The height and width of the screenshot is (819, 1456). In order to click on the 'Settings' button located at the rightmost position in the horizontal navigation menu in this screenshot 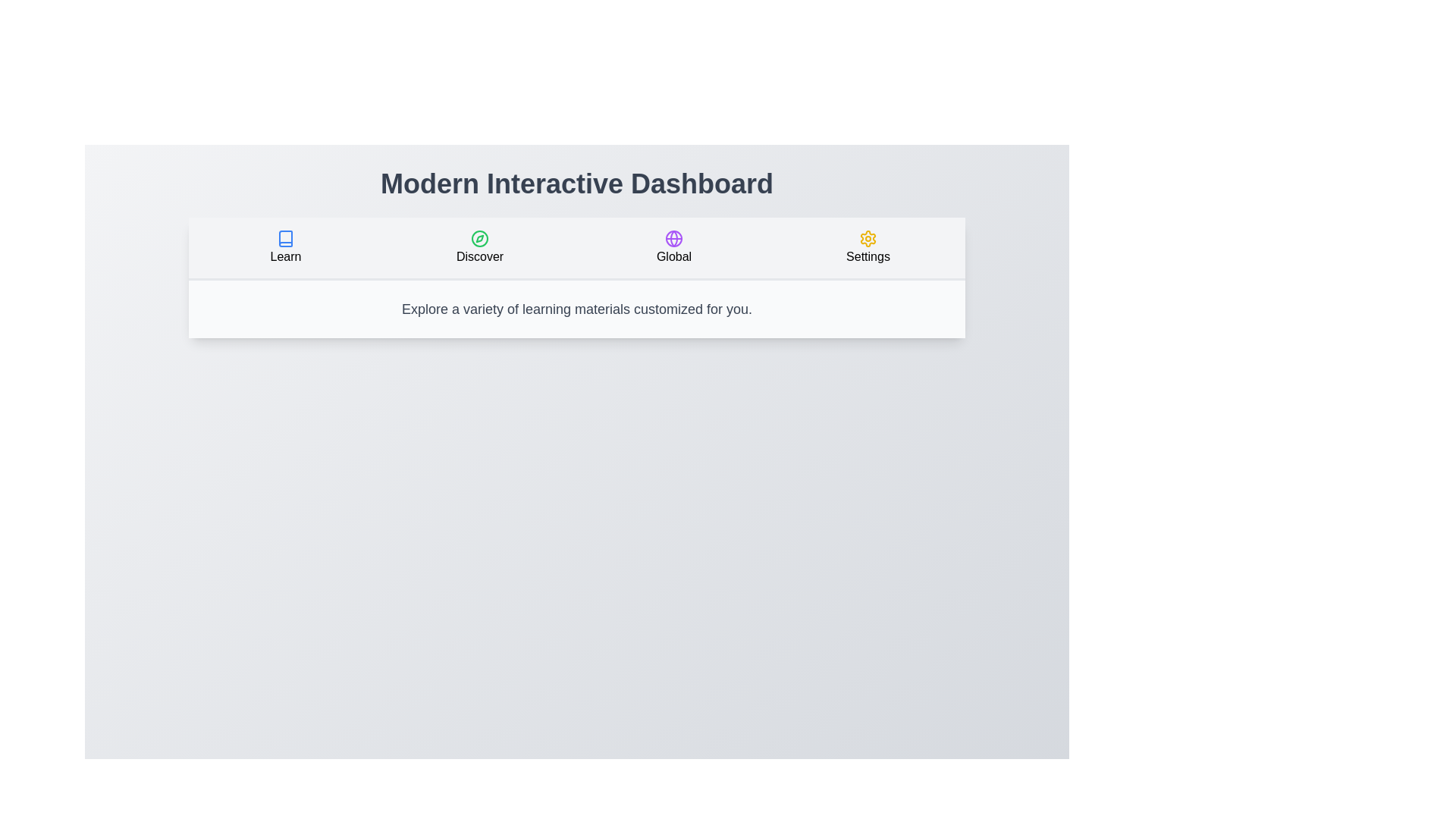, I will do `click(868, 247)`.